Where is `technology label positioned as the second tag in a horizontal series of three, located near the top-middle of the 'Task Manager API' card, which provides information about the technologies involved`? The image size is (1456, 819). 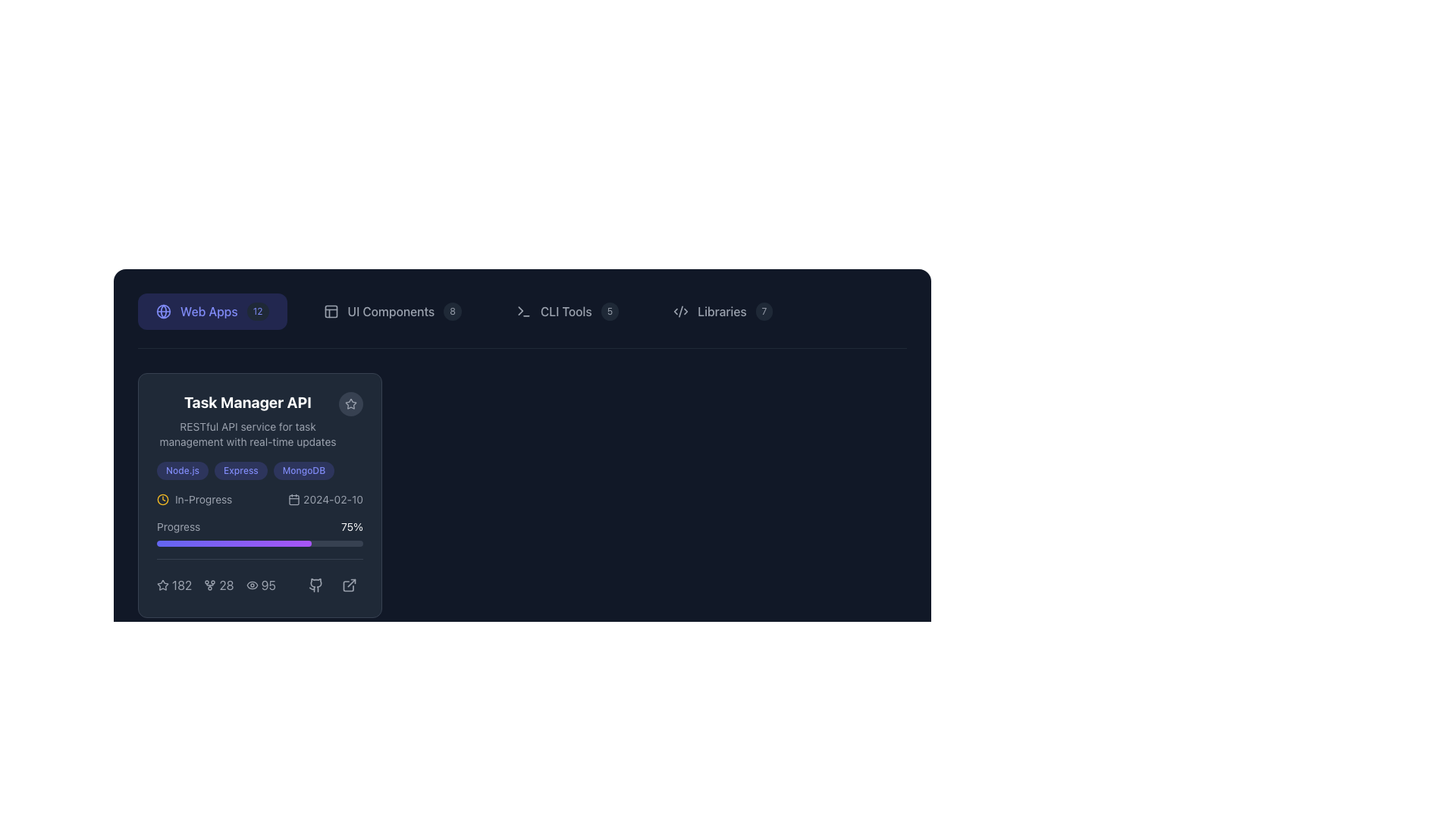 technology label positioned as the second tag in a horizontal series of three, located near the top-middle of the 'Task Manager API' card, which provides information about the technologies involved is located at coordinates (240, 470).